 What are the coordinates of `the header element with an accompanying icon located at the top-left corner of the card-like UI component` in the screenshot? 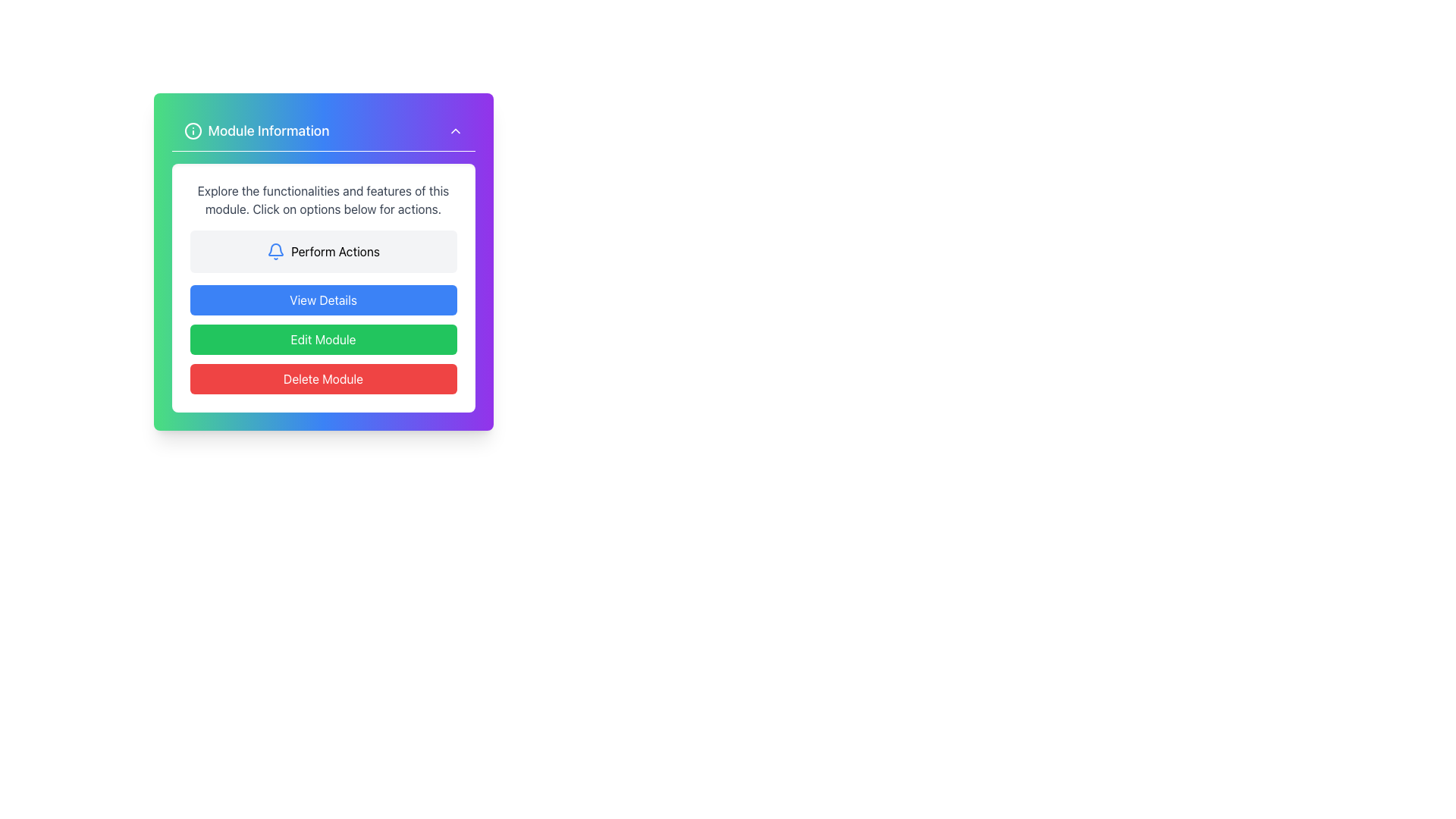 It's located at (256, 130).